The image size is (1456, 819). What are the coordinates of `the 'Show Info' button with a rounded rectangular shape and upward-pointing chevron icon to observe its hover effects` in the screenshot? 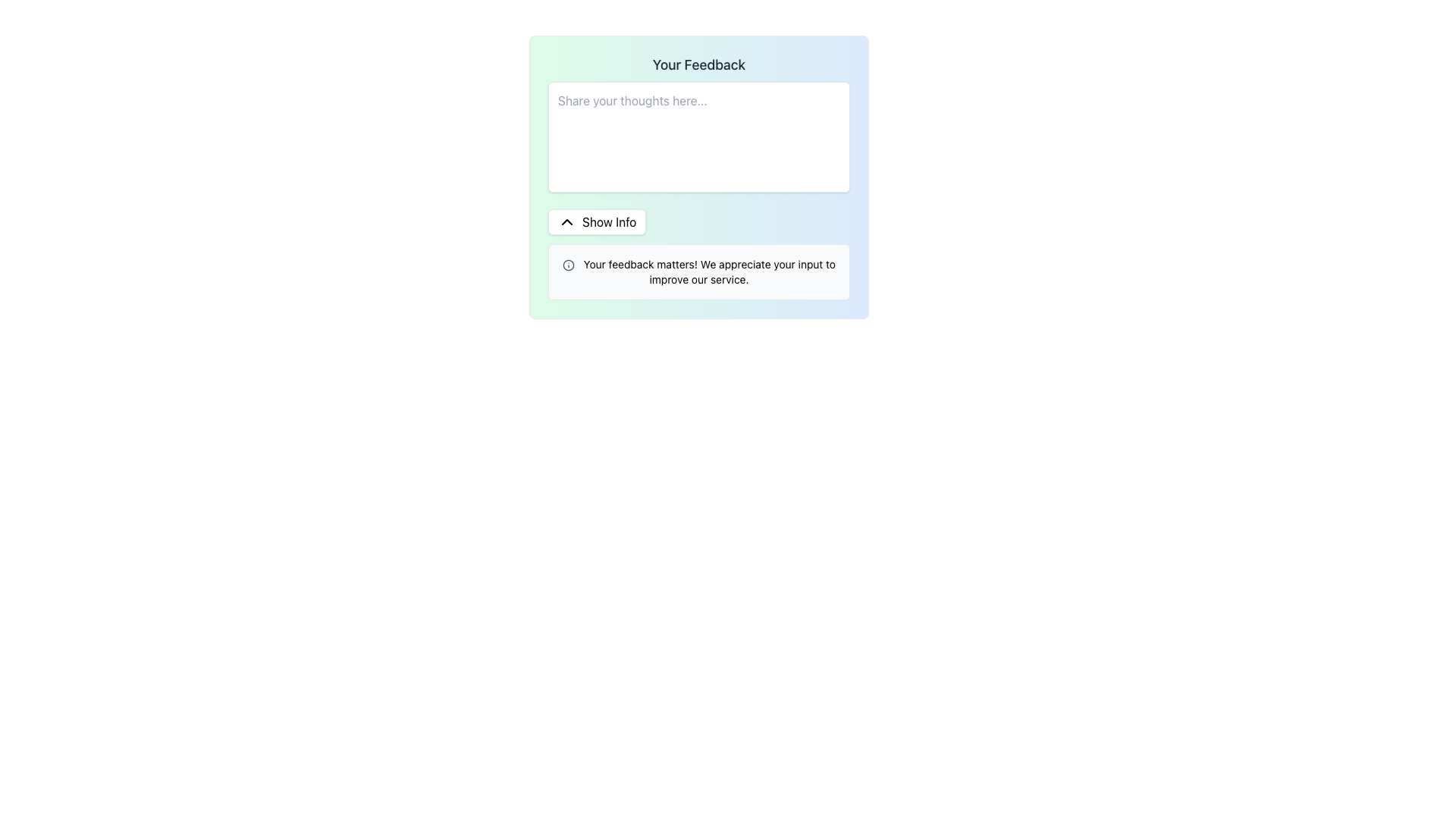 It's located at (596, 222).